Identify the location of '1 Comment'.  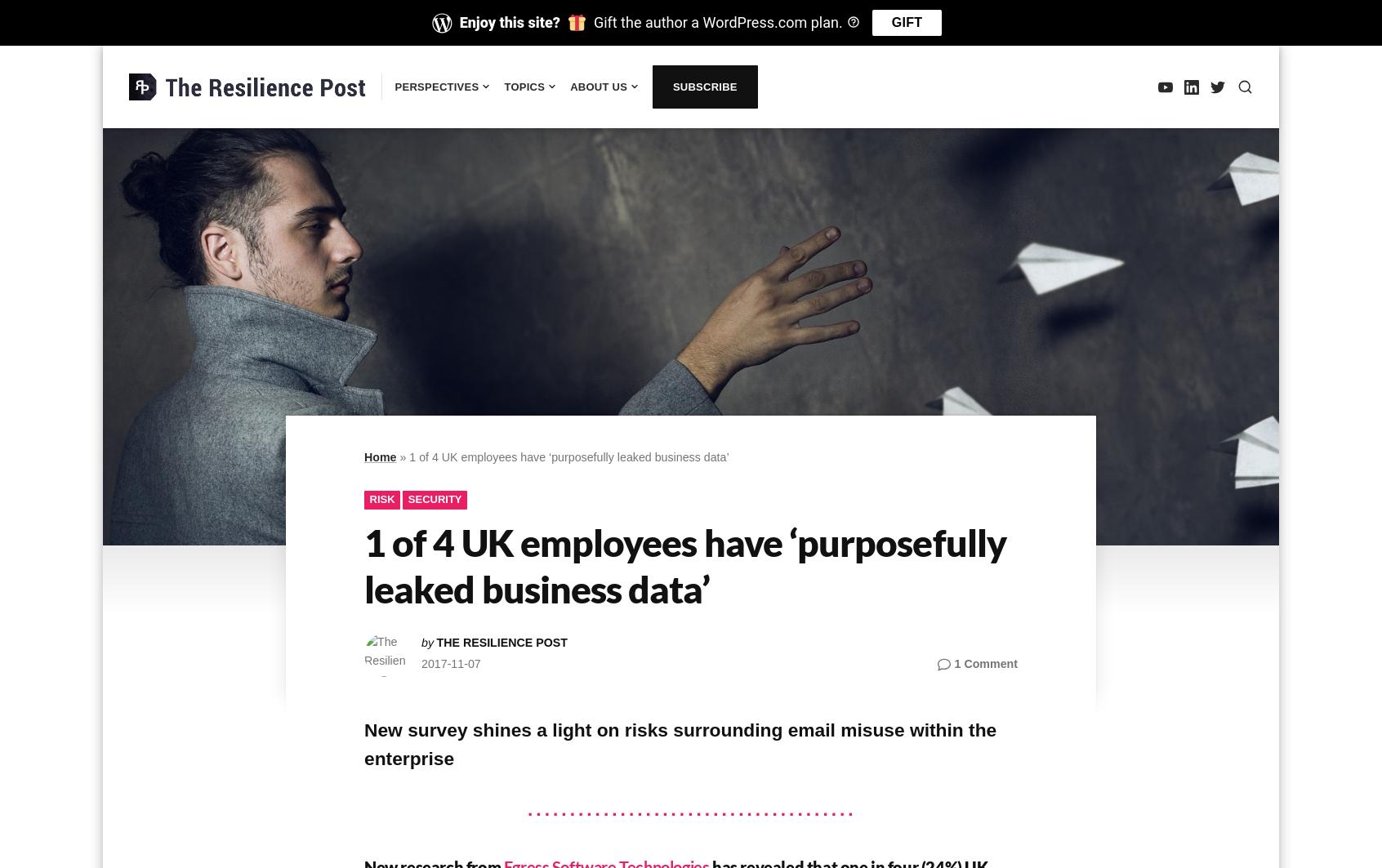
(952, 662).